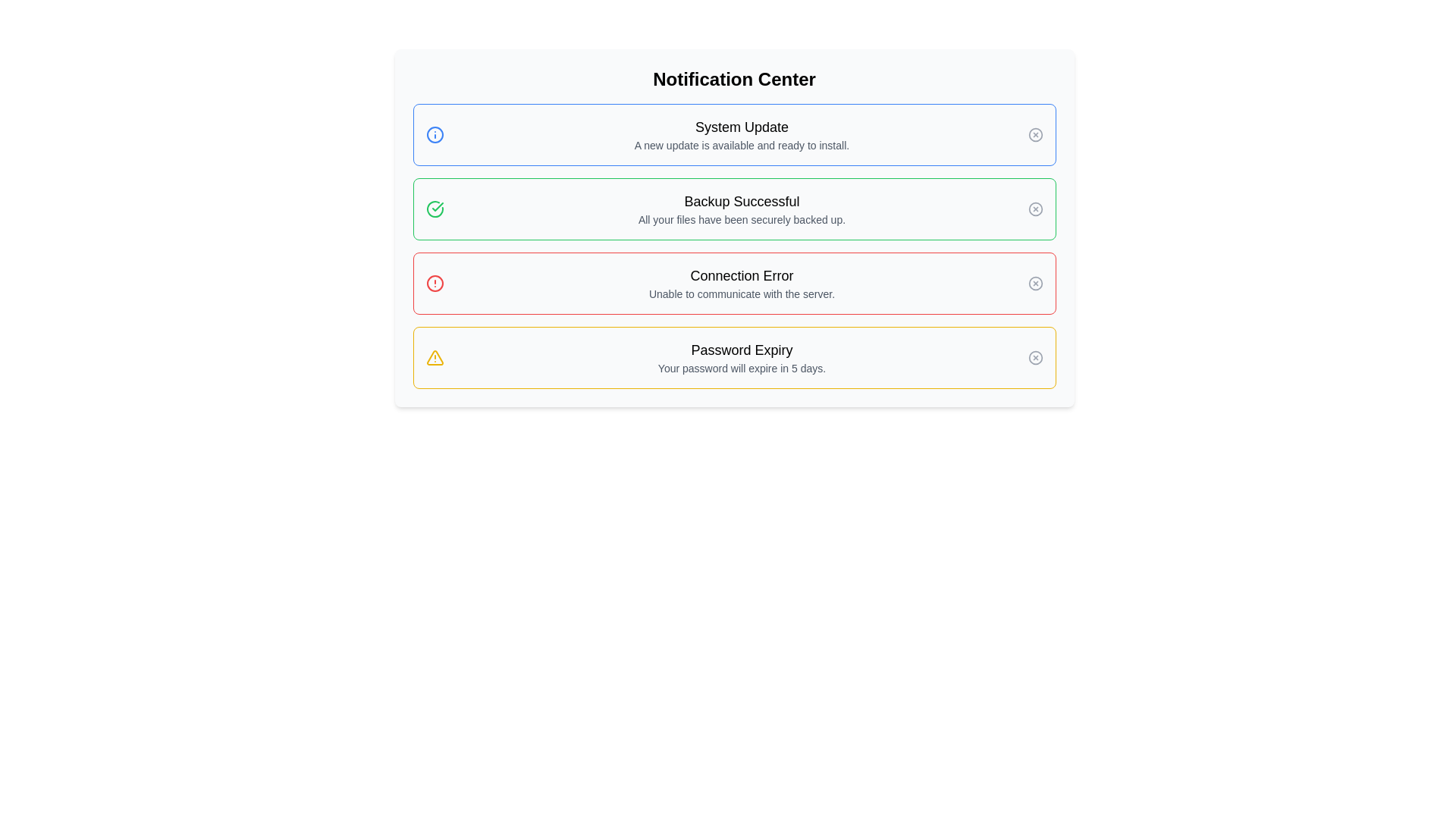 The height and width of the screenshot is (819, 1456). Describe the element at coordinates (742, 275) in the screenshot. I see `the text label that indicates a connection error in the third notification box from the top, which is positioned above the message 'Unable to communicate with the server.'` at that location.